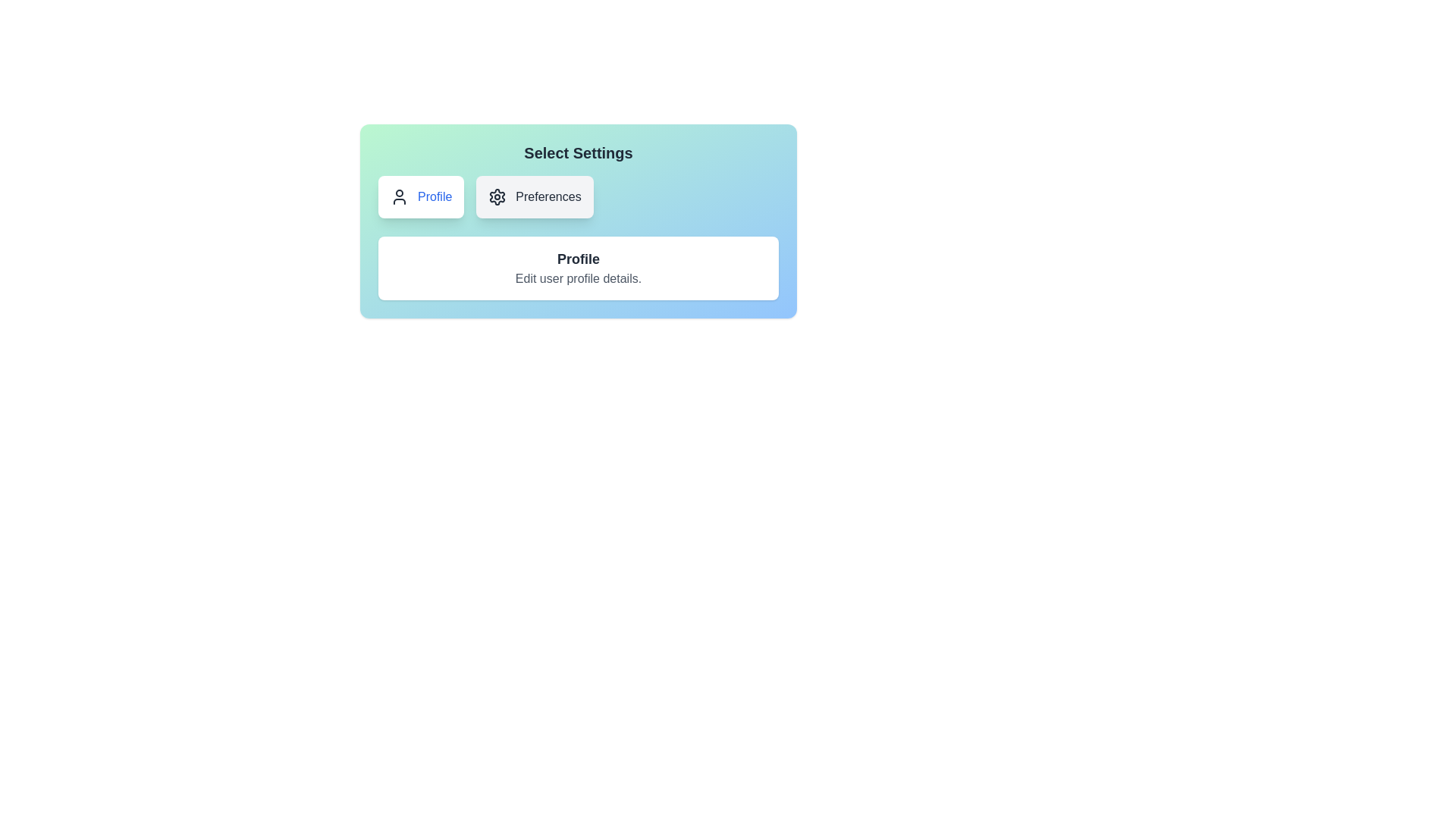 The image size is (1456, 819). I want to click on the user icon SVG graphic which represents a minimalistic human figure, located to the left of the 'Profile' text in the button, so click(400, 196).